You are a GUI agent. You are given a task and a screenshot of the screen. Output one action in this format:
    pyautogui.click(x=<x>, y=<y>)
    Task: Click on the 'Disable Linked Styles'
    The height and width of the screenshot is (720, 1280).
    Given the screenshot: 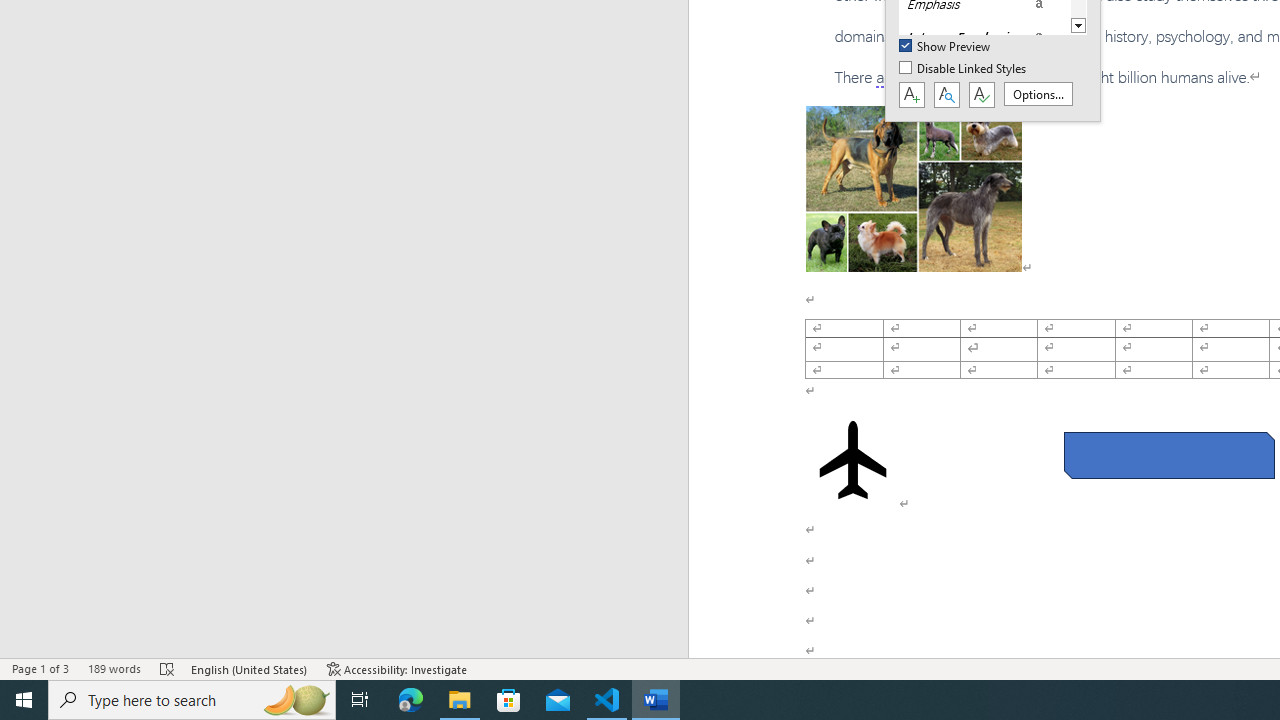 What is the action you would take?
    pyautogui.click(x=964, y=68)
    